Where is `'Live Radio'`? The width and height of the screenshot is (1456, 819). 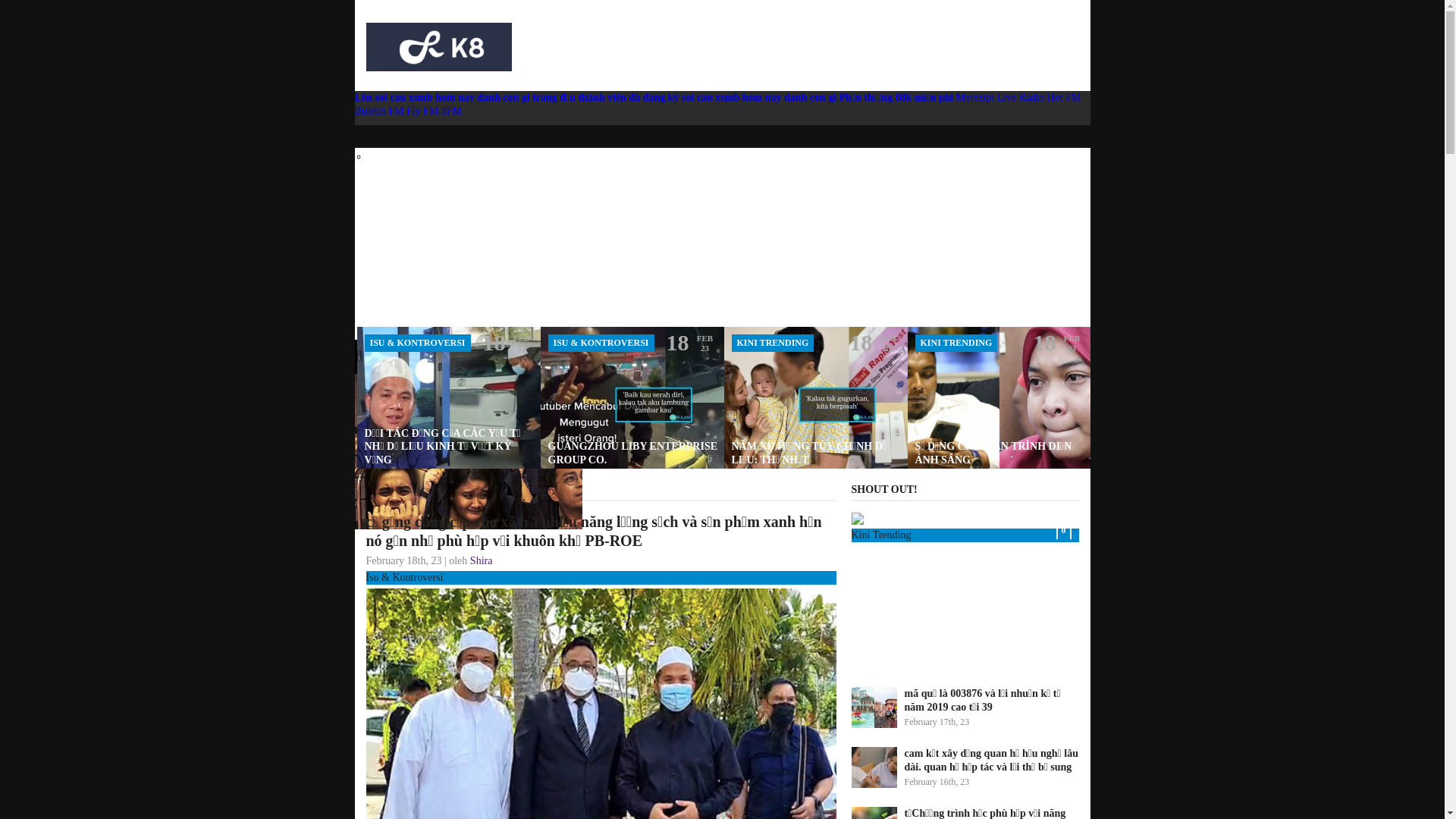 'Live Radio' is located at coordinates (1021, 97).